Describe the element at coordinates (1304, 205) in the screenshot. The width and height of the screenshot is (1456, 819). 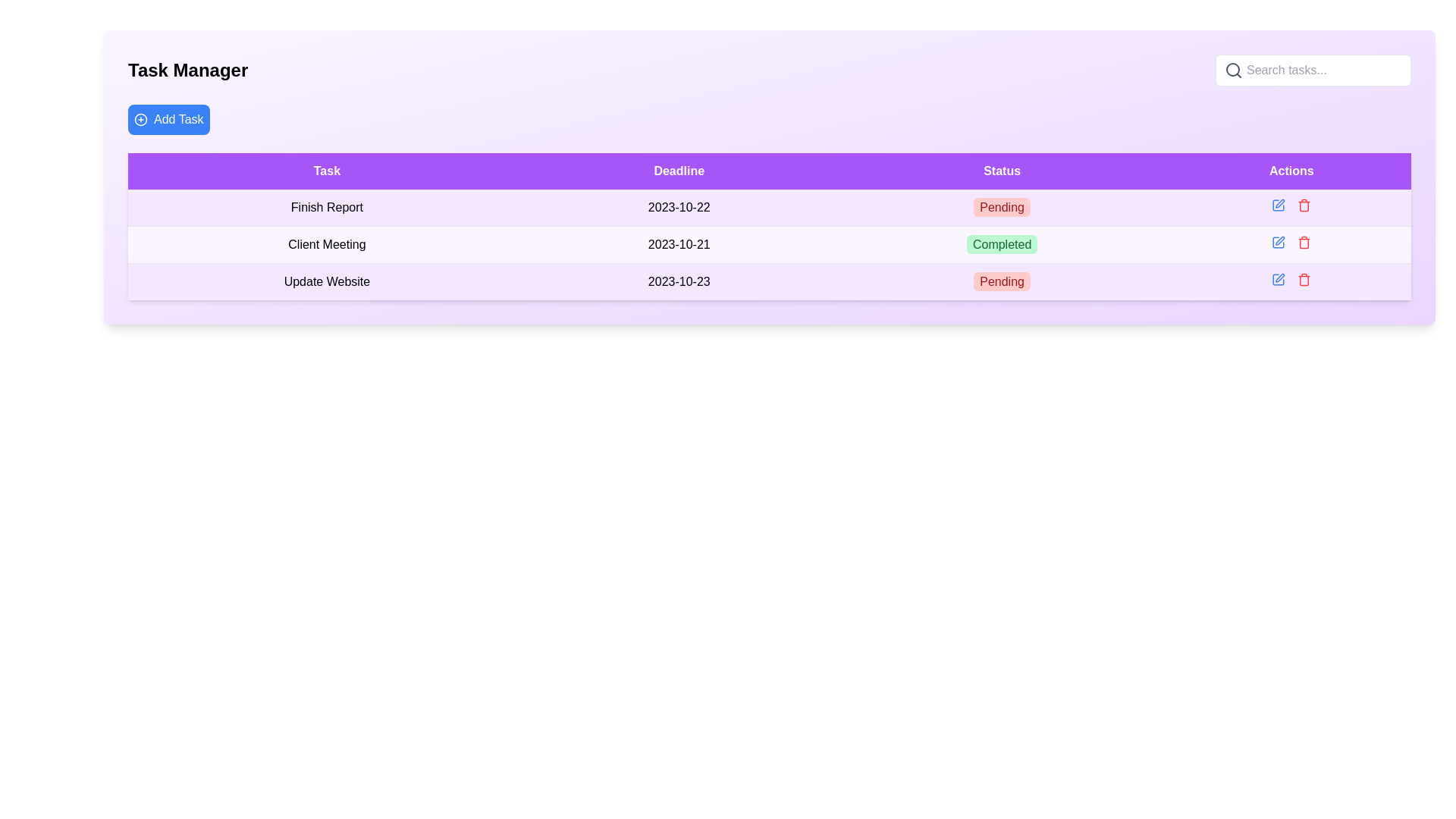
I see `the delete button located in the actions column of the 'Update Website' task row, which is the second icon to the right of the blue edit icon` at that location.